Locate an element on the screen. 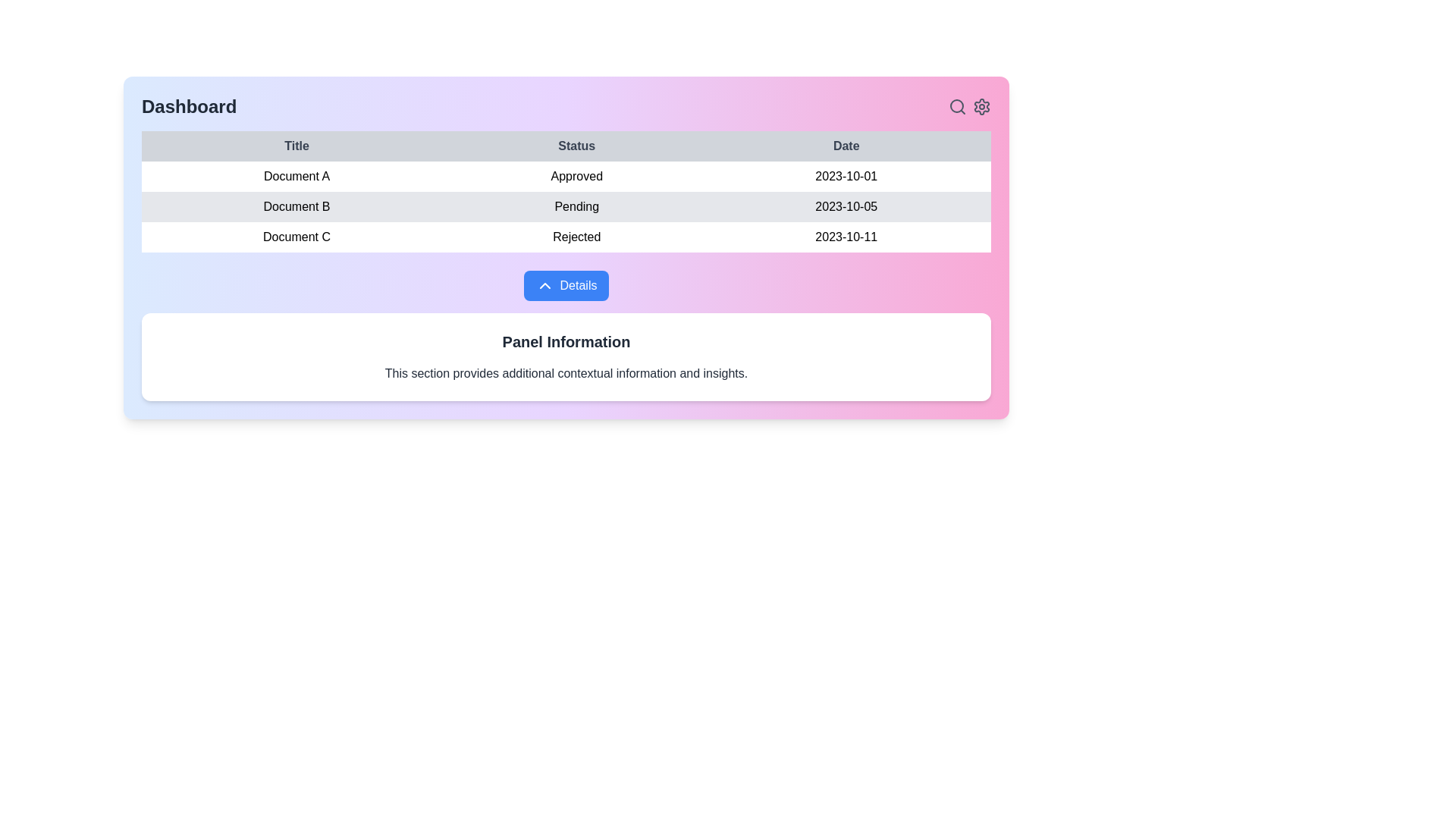 The height and width of the screenshot is (819, 1456). the static text providing additional explanatory information related to the 'Panel Information' section, located directly beneath the 'Panel Information' heading is located at coordinates (566, 374).